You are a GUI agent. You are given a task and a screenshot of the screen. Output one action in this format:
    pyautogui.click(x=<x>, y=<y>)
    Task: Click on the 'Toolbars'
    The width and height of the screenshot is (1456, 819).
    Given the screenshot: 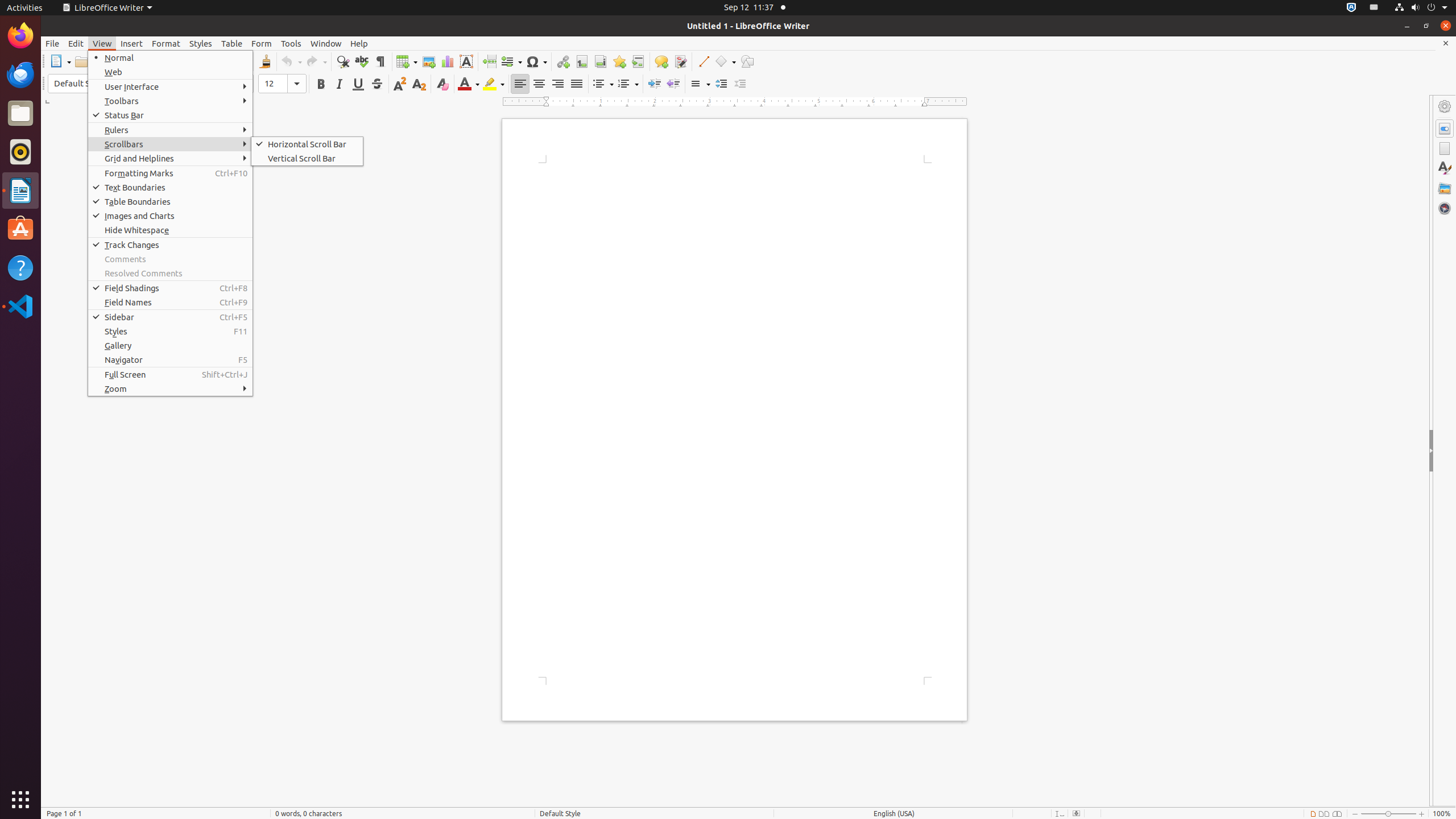 What is the action you would take?
    pyautogui.click(x=169, y=100)
    